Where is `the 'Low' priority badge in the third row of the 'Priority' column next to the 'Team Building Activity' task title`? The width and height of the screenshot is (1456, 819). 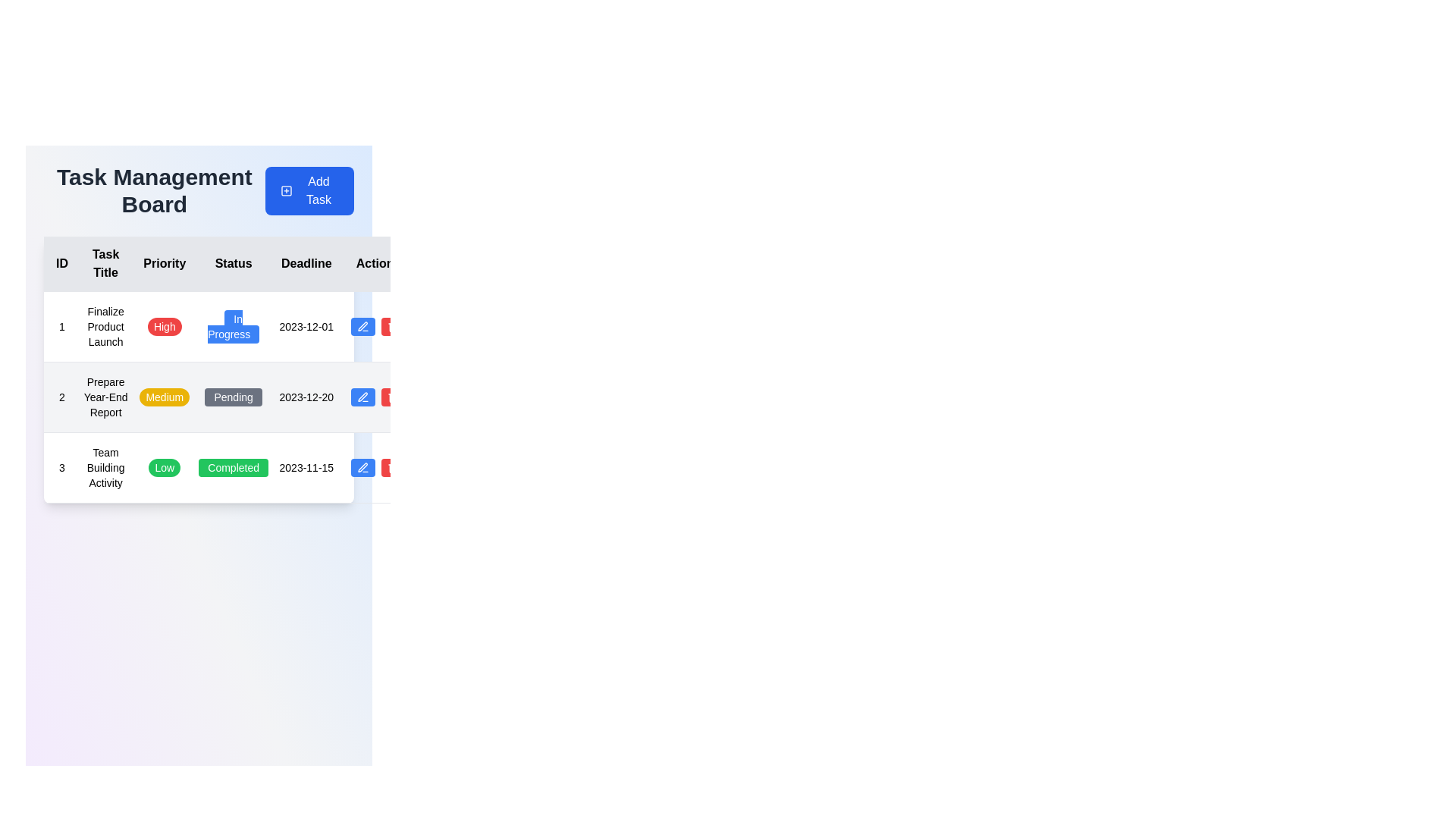 the 'Low' priority badge in the third row of the 'Priority' column next to the 'Team Building Activity' task title is located at coordinates (165, 467).